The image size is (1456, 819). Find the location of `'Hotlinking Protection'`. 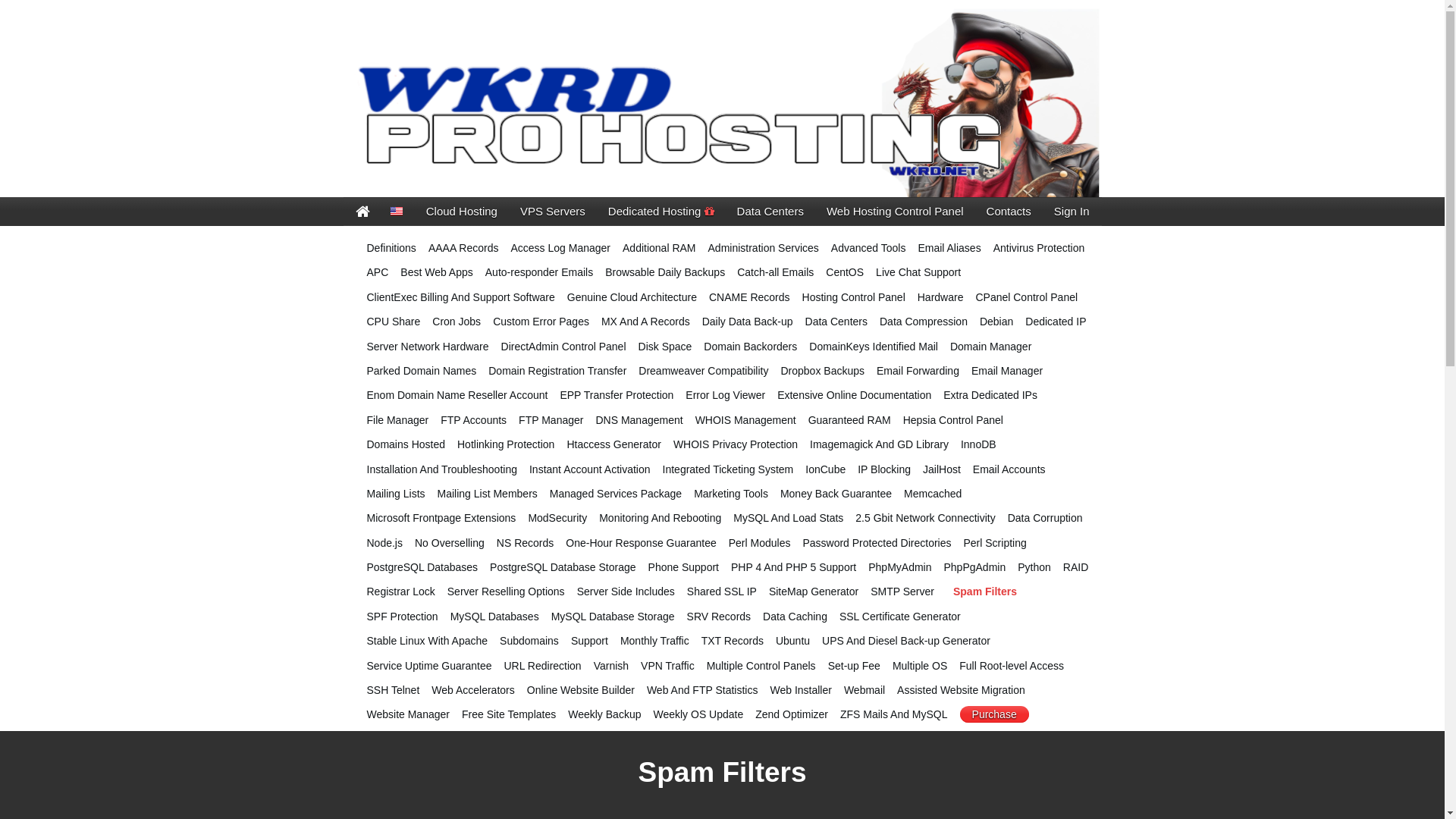

'Hotlinking Protection' is located at coordinates (506, 444).